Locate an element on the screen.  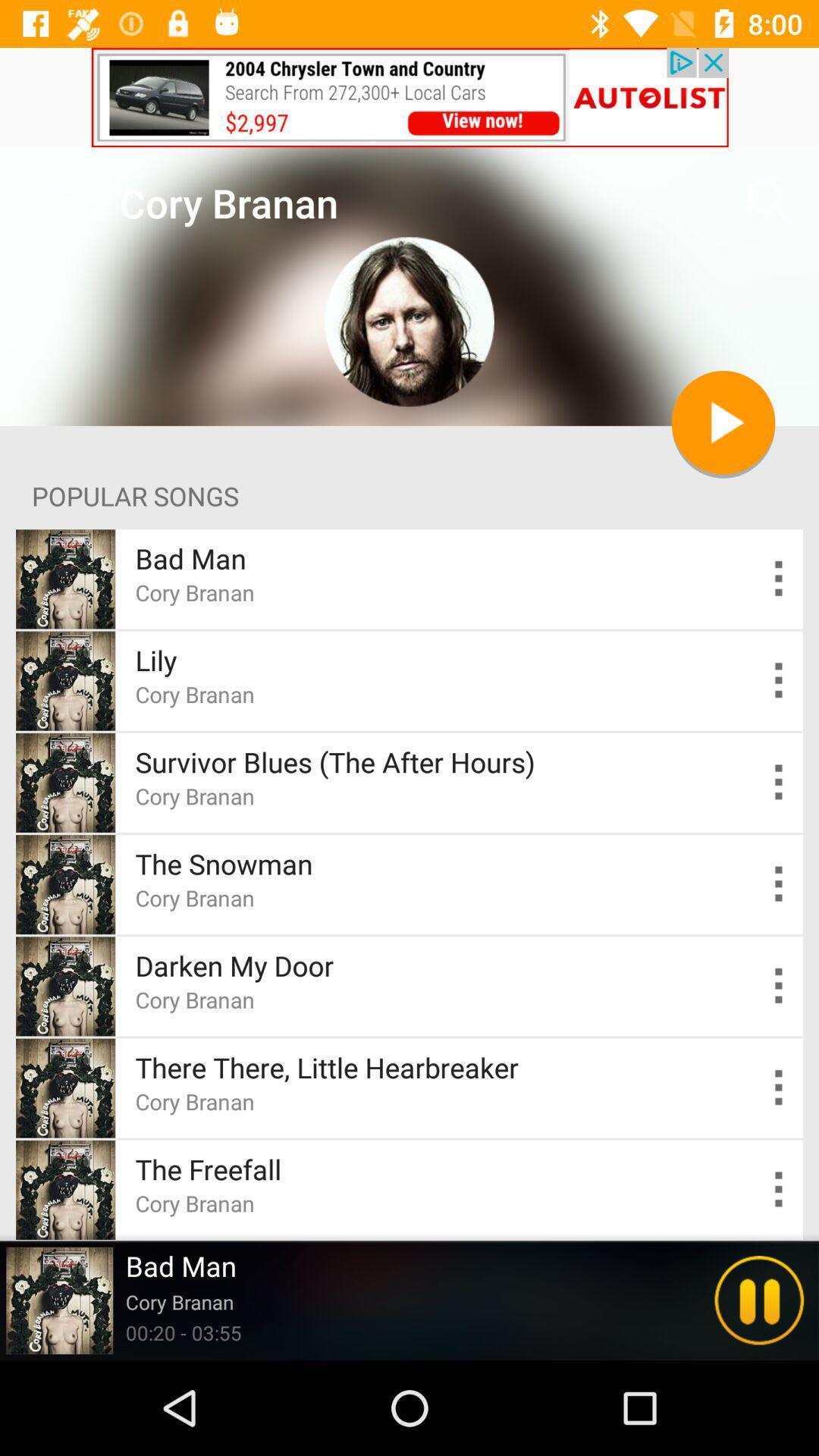
the more icon is located at coordinates (779, 578).